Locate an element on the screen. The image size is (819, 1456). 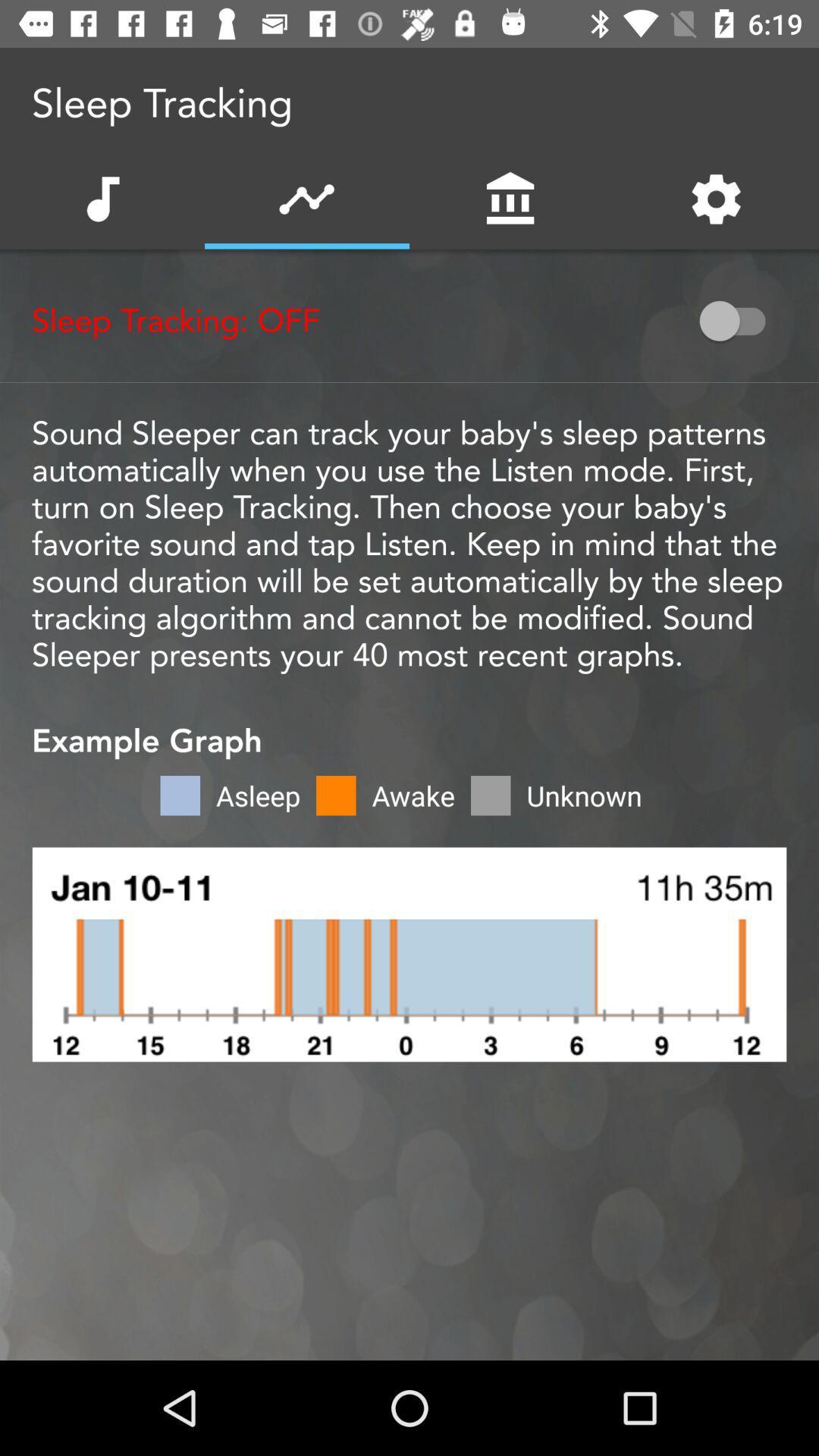
item above sound sleeper can icon is located at coordinates (739, 320).